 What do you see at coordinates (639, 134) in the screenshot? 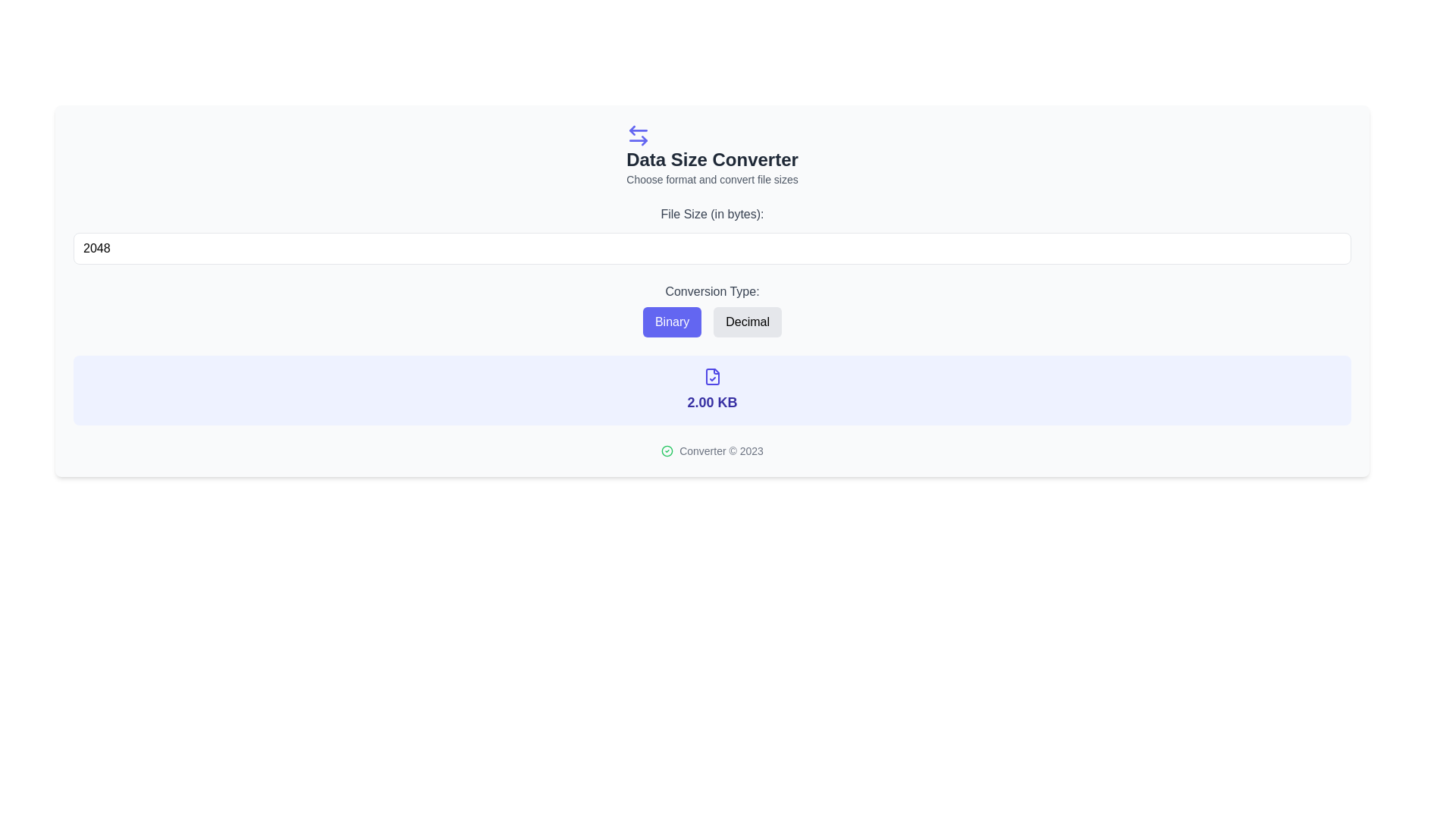
I see `the bi-directional arrow icon, which is indigo in color and located above the 'Data Size Converter' text, aligned with its left edge` at bounding box center [639, 134].